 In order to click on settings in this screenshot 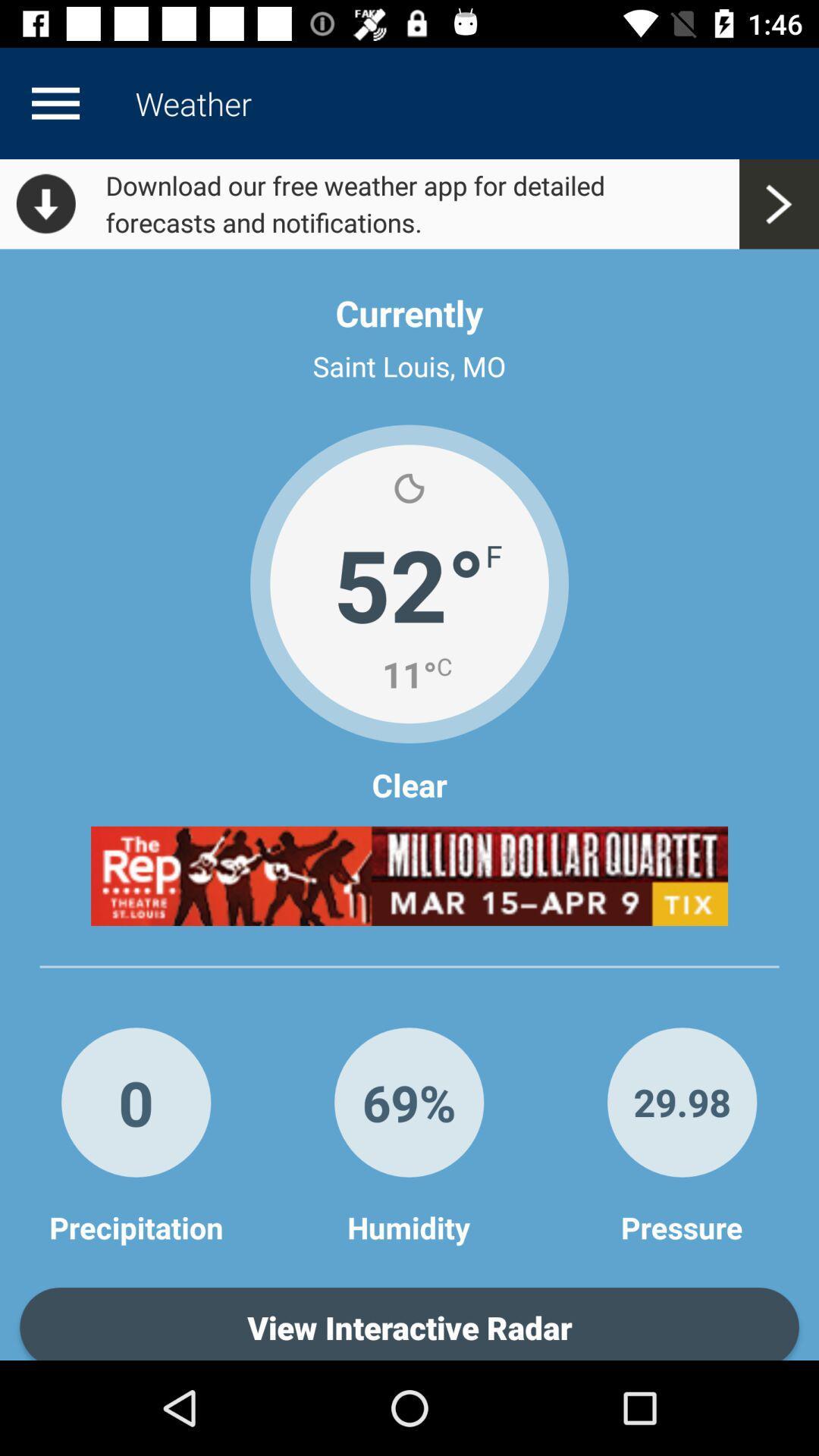, I will do `click(55, 102)`.